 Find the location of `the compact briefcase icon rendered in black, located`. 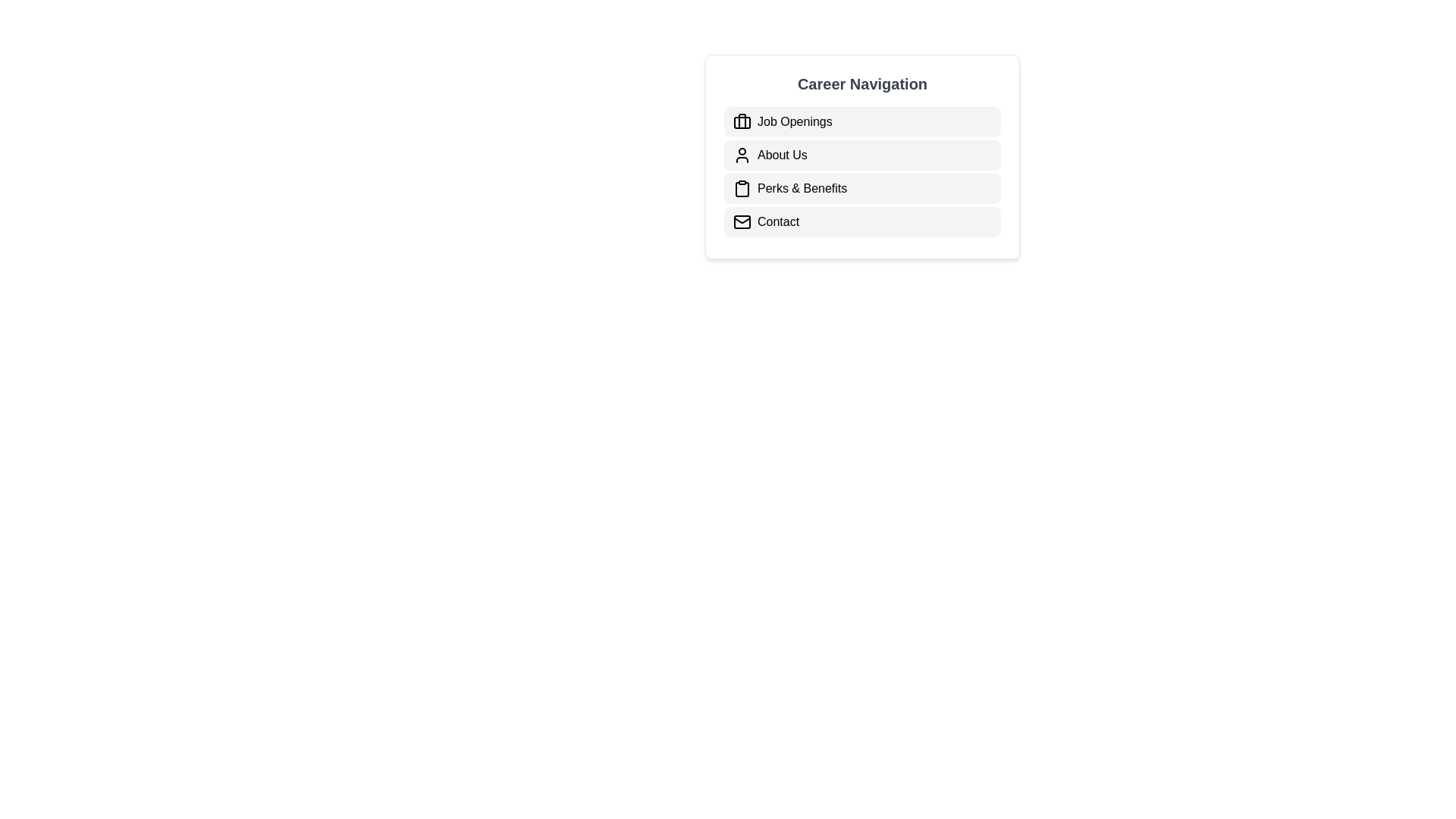

the compact briefcase icon rendered in black, located is located at coordinates (742, 121).